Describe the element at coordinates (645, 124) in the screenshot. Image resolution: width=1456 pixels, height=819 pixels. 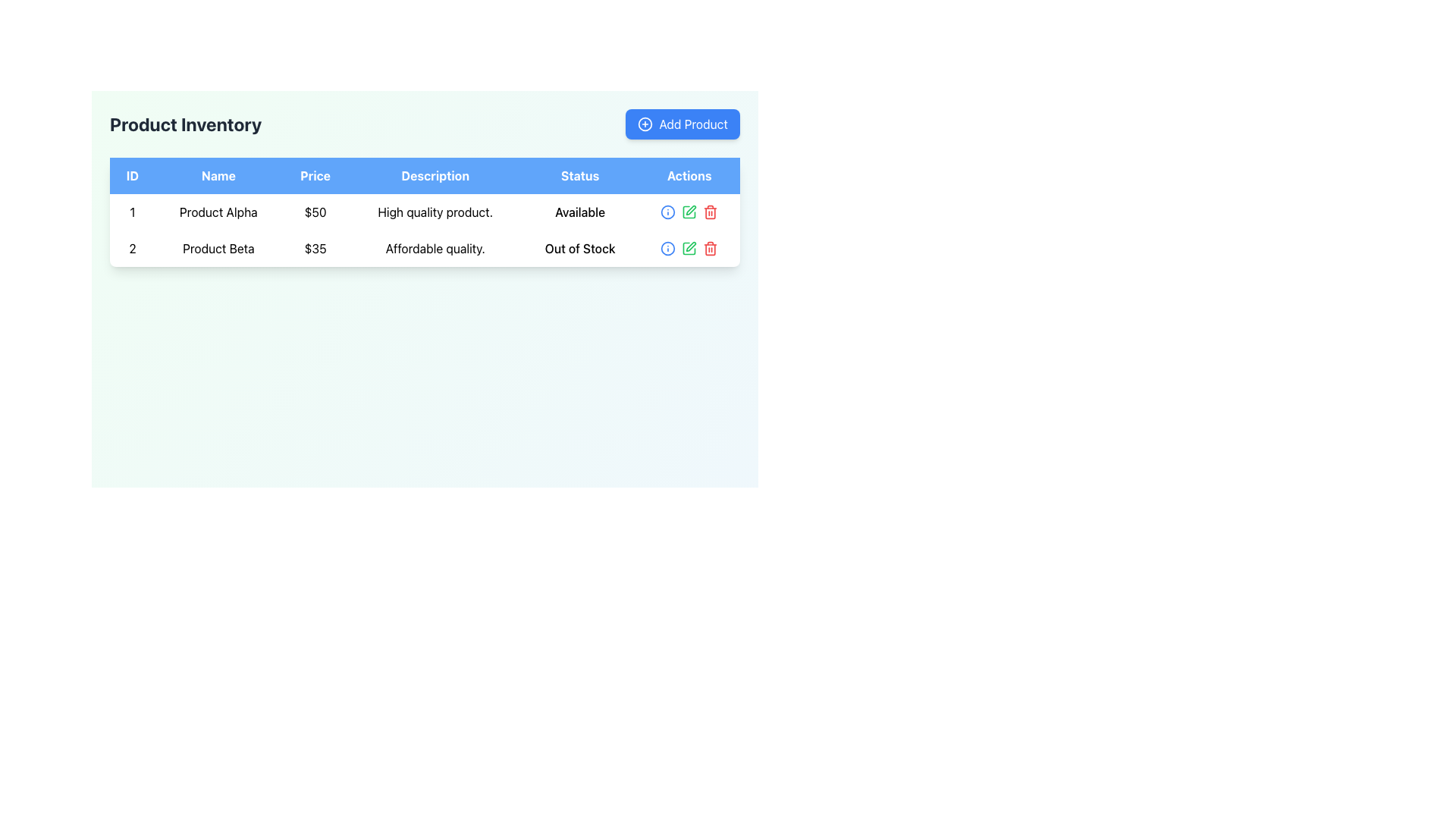
I see `the circular icon within the 'Add Product' button located in the top-right region of the interface` at that location.